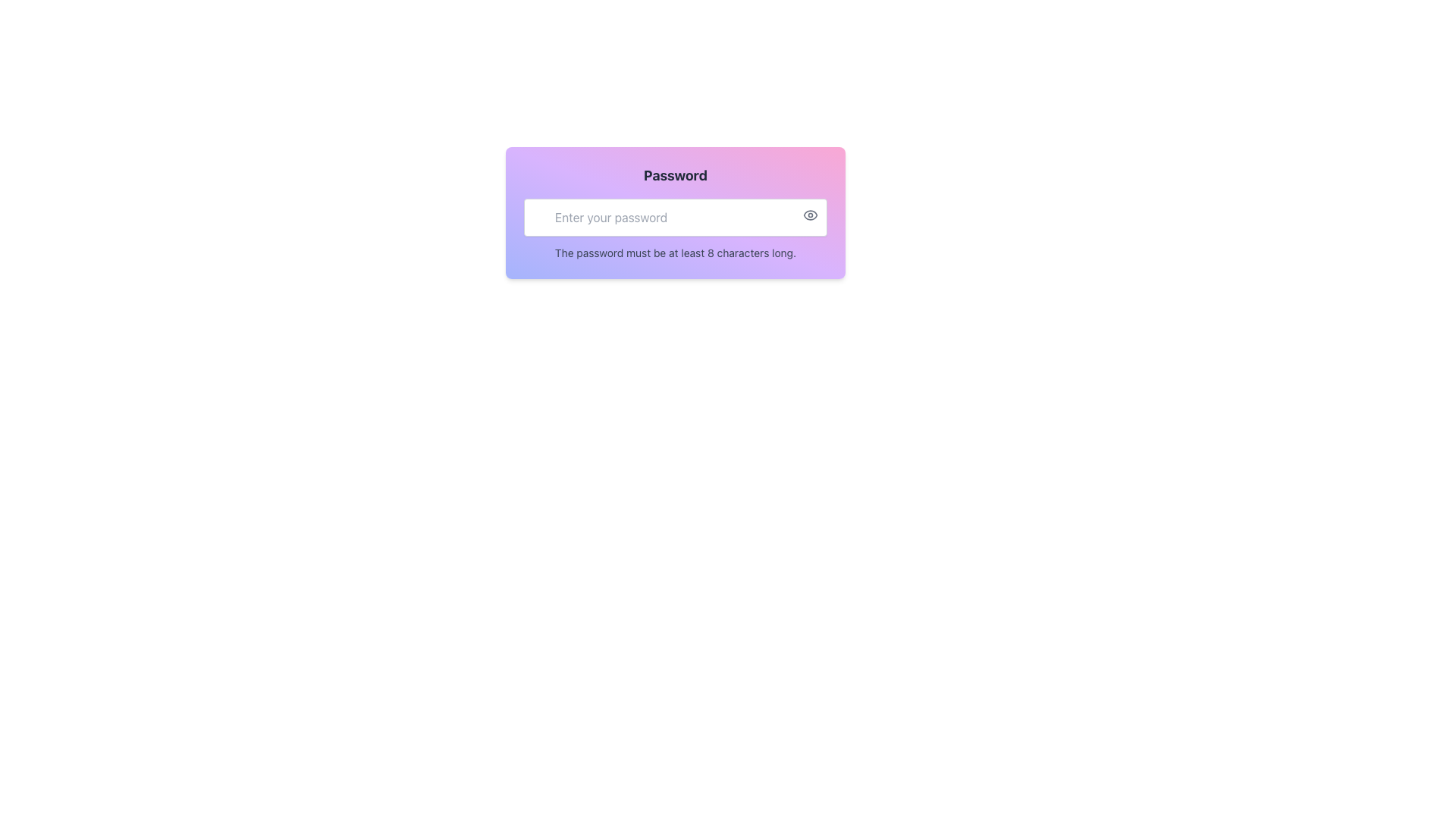  What do you see at coordinates (810, 215) in the screenshot?
I see `the visibility toggle icon located in the top-right corner of the password input field` at bounding box center [810, 215].